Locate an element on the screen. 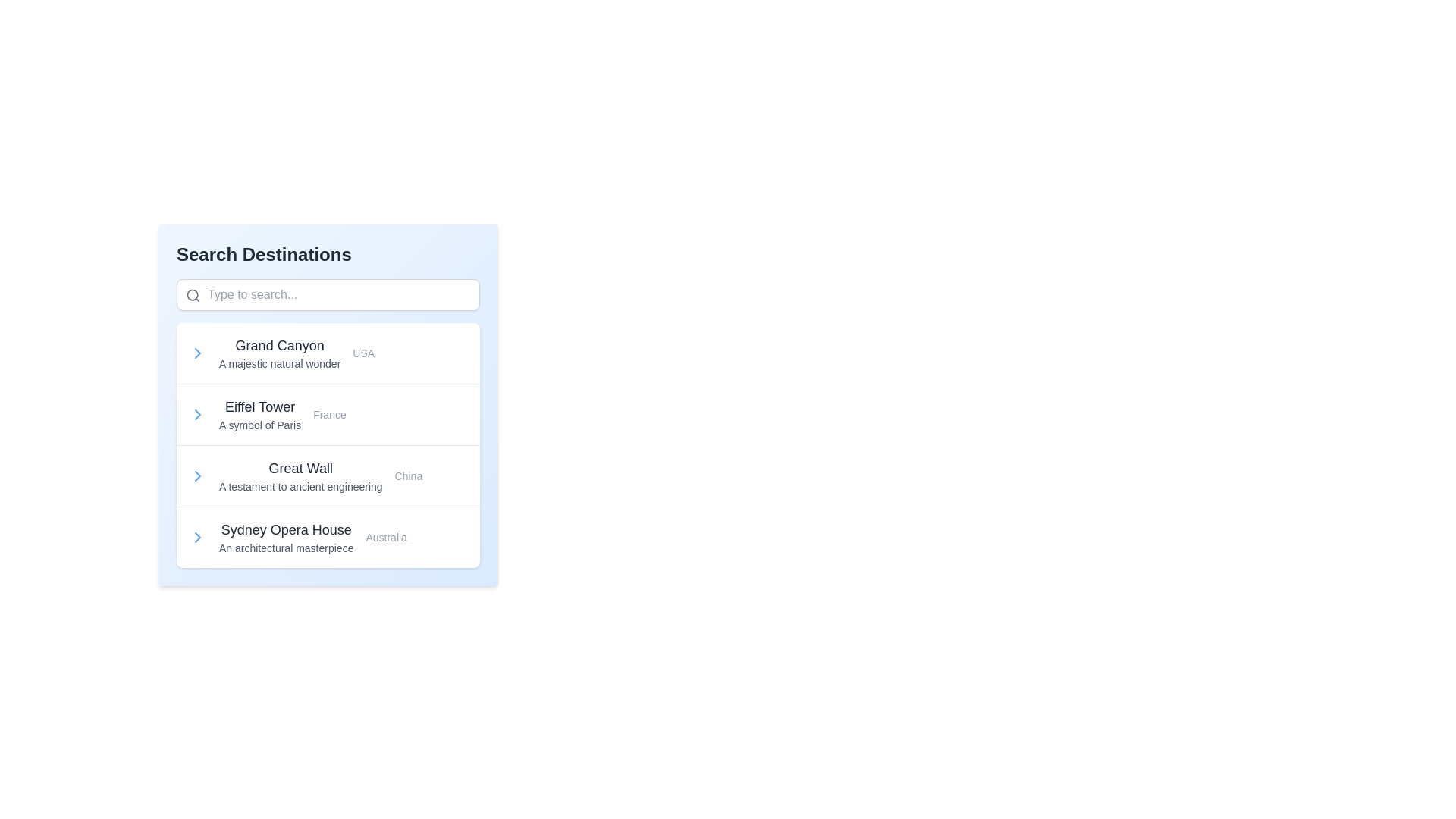 Image resolution: width=1456 pixels, height=819 pixels. the text label that serves as the title or identifier for the first item in the list of destinations, positioned above the subtitle 'A majestic natural wonder' within the 'Search Destinations' sidebar is located at coordinates (280, 345).